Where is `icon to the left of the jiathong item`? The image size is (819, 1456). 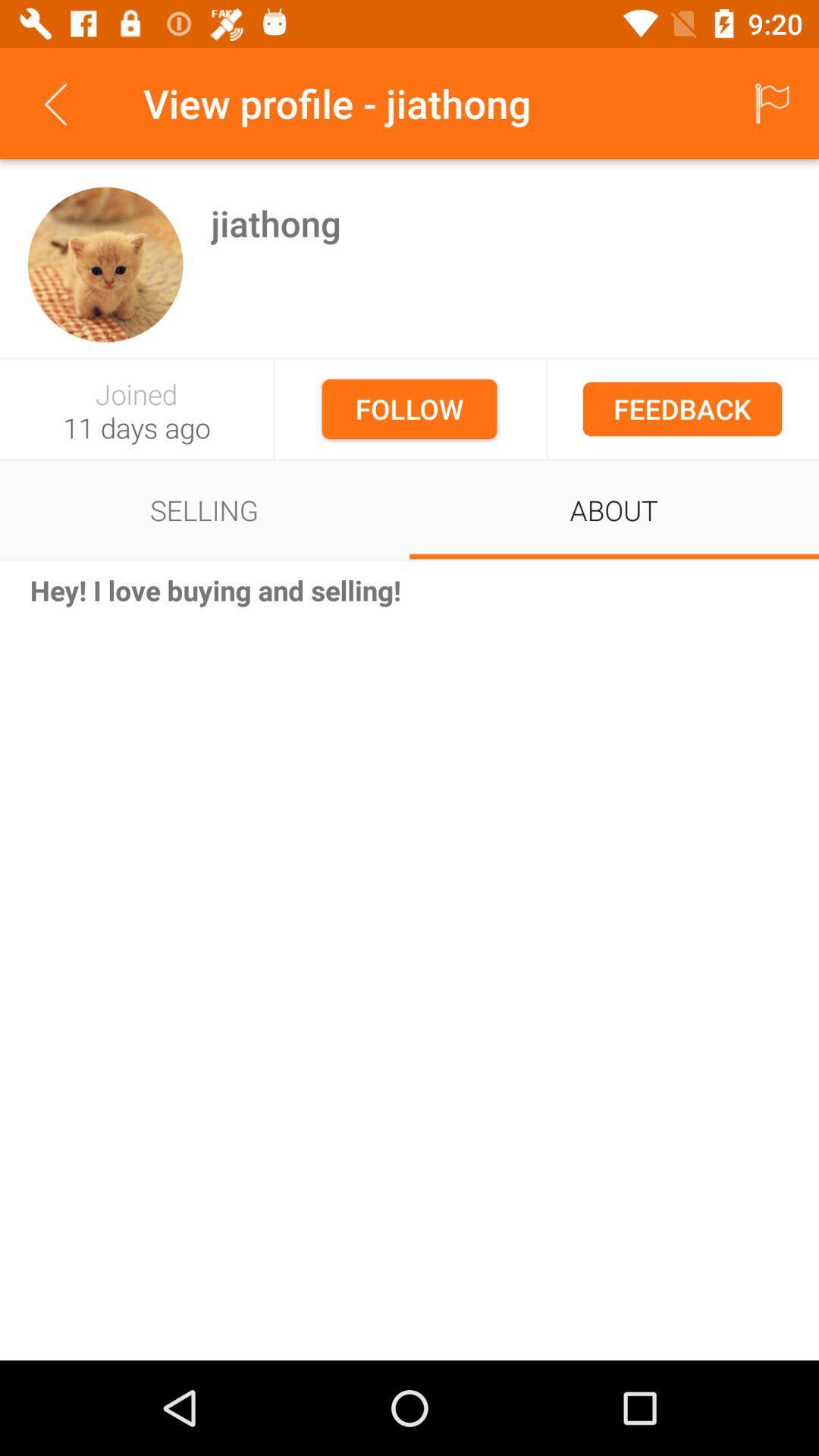
icon to the left of the jiathong item is located at coordinates (105, 265).